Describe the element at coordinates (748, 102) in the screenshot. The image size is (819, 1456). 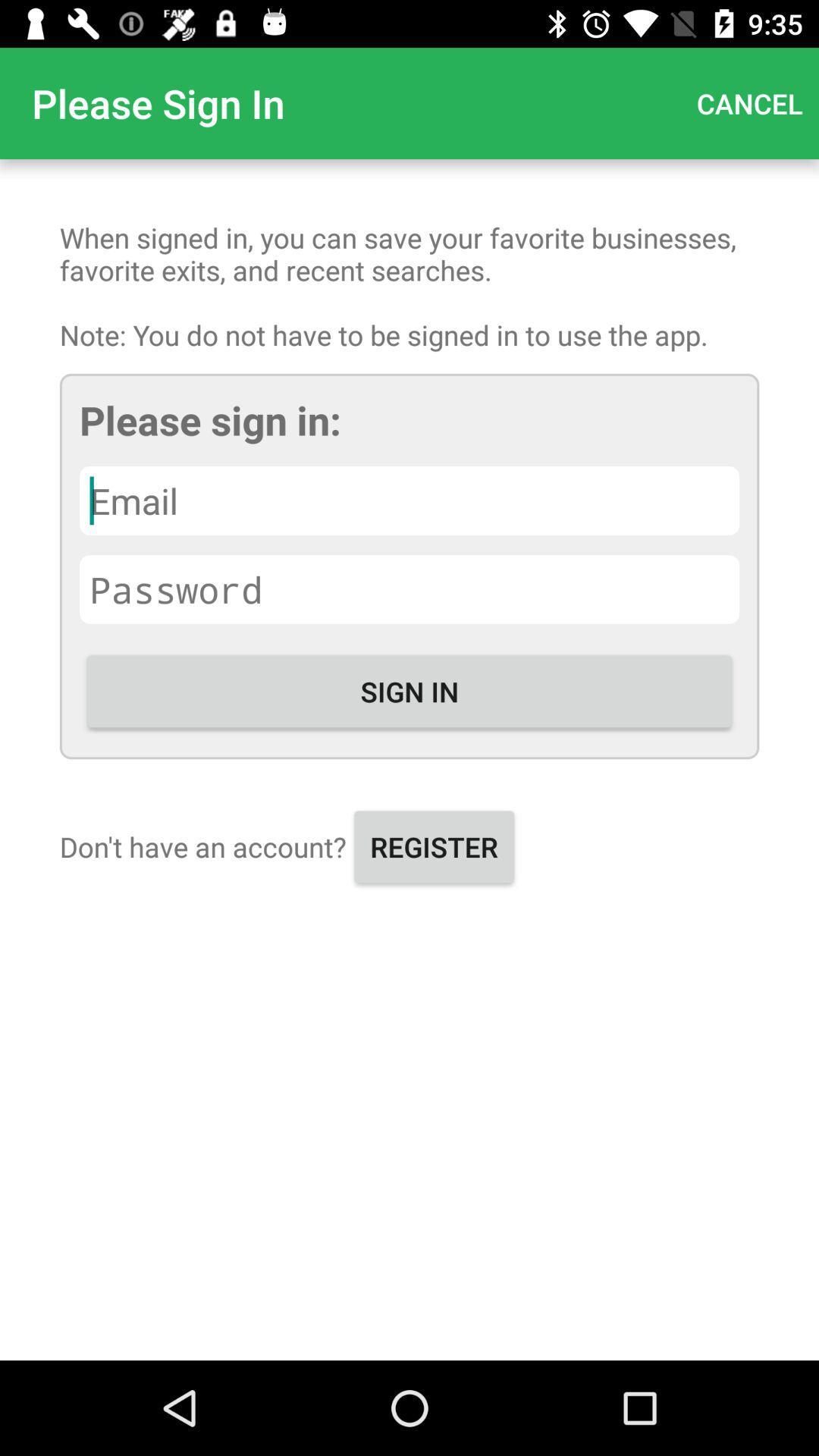
I see `the app to the right of the please sign in icon` at that location.